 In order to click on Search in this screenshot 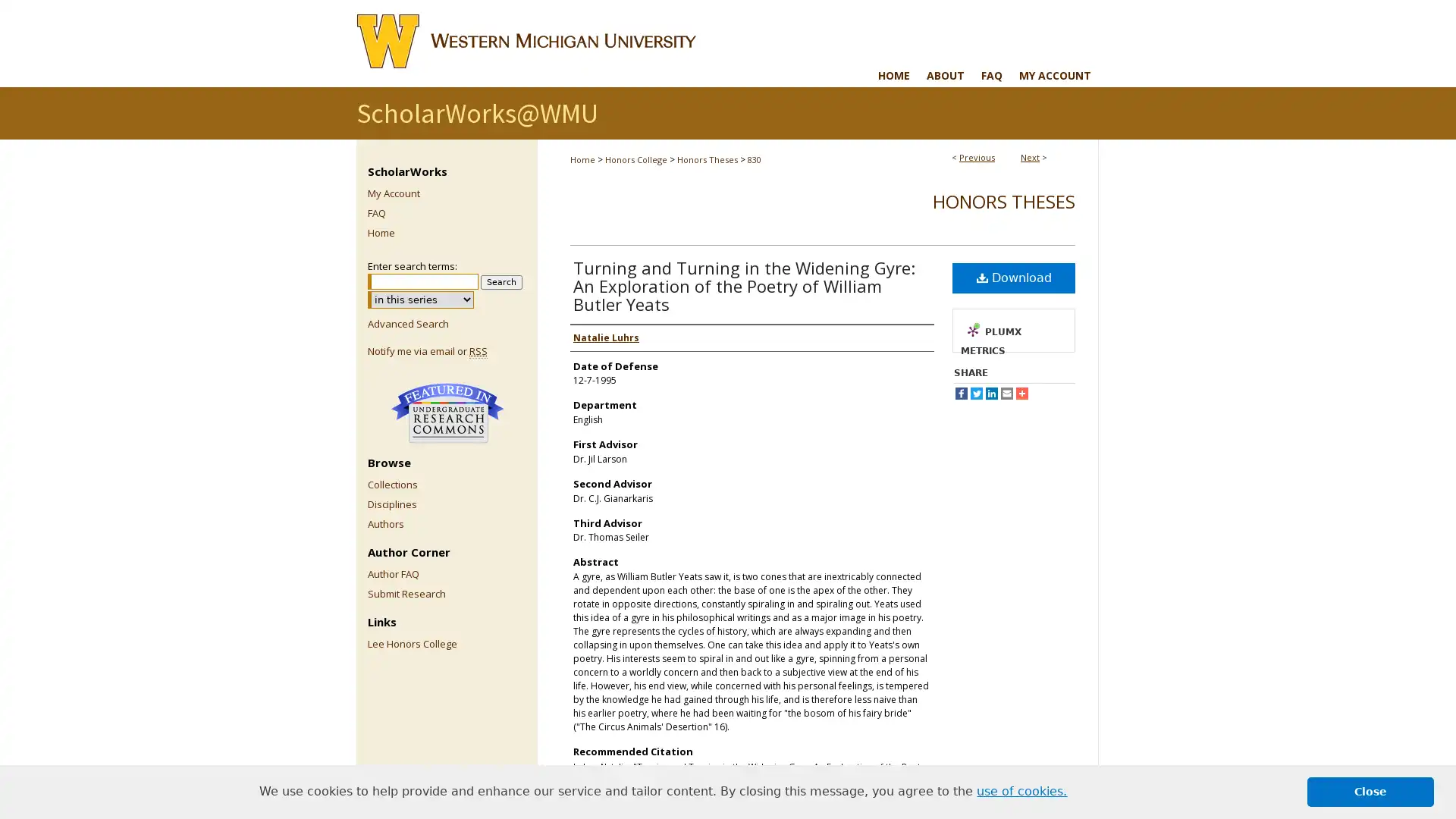, I will do `click(501, 282)`.